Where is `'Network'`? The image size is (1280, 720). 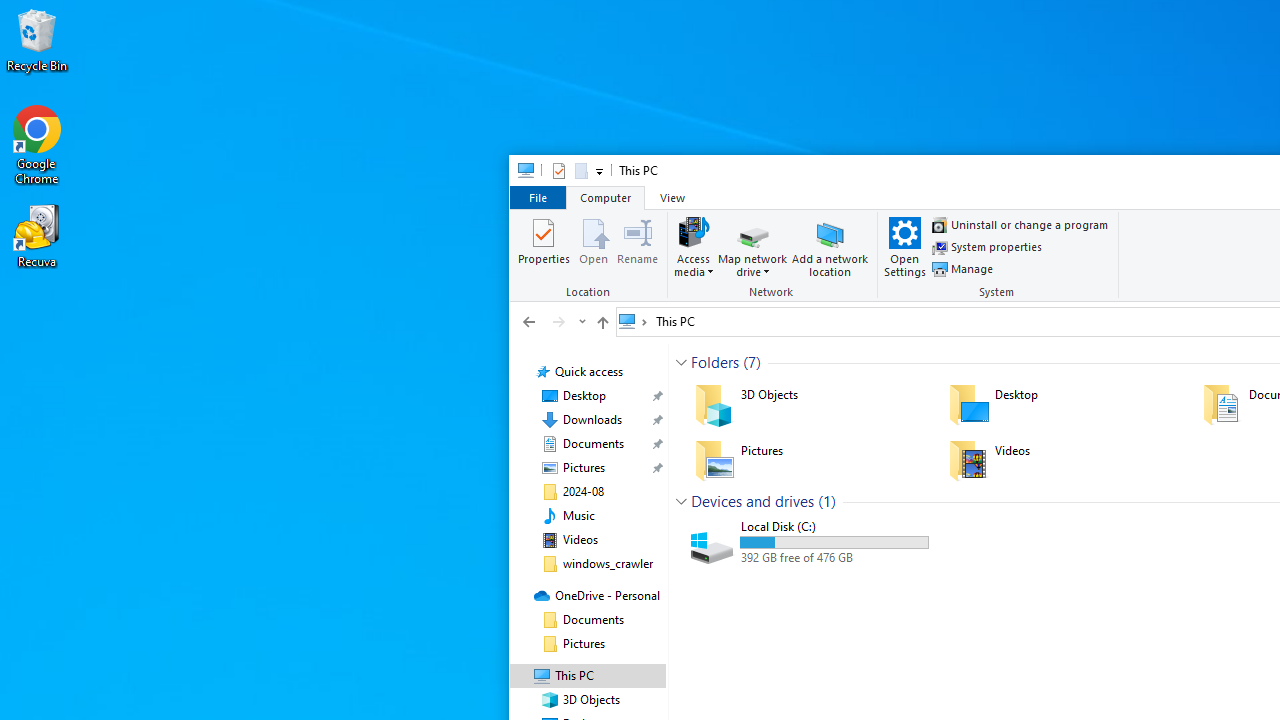 'Network' is located at coordinates (772, 255).